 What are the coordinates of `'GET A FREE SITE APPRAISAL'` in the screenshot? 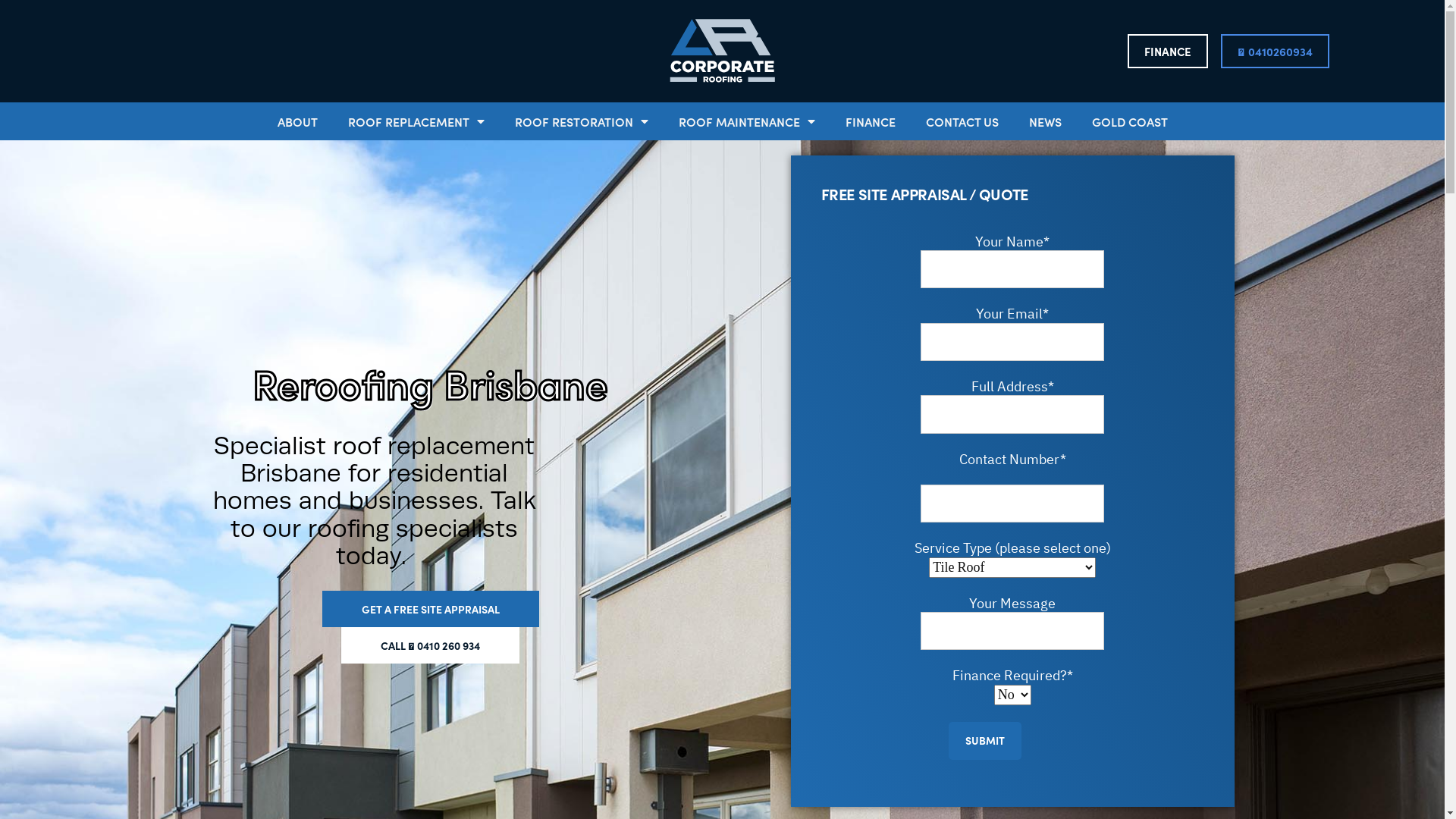 It's located at (428, 607).